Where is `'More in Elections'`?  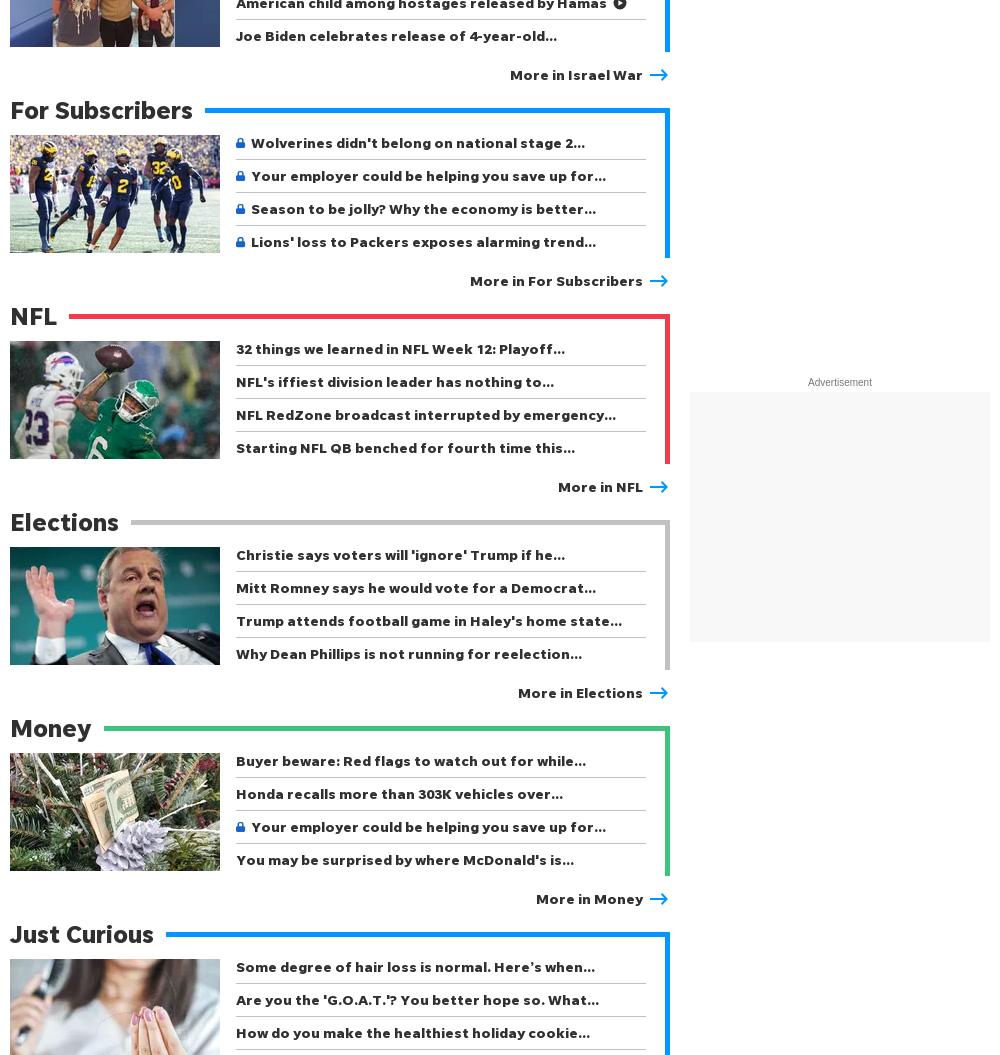
'More in Elections' is located at coordinates (579, 691).